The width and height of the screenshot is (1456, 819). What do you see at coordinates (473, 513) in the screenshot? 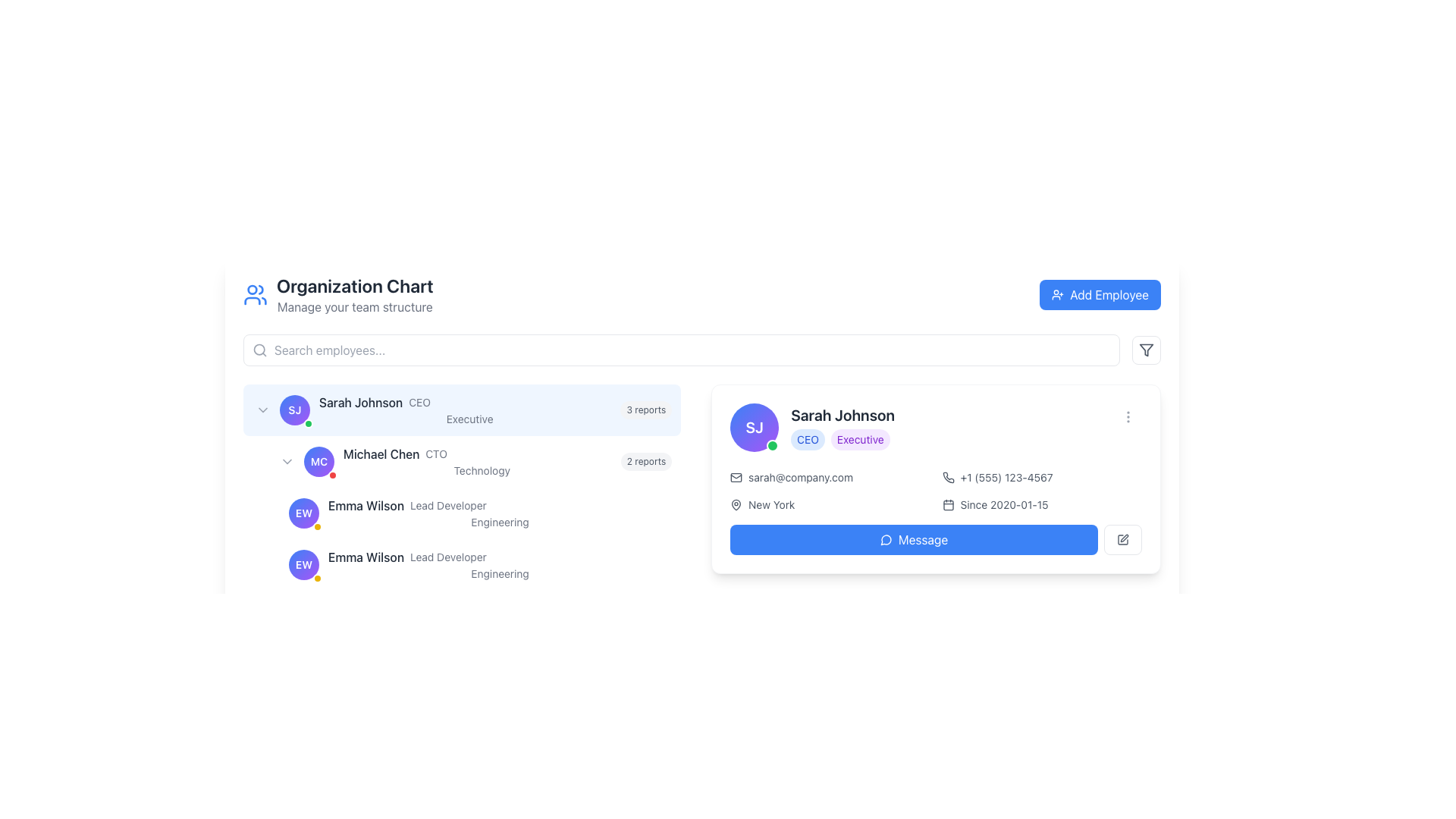
I see `the user entry for 'Emma Wilson', which includes the profile badge with initials 'EW', the name in bold, and the position along with the department` at bounding box center [473, 513].